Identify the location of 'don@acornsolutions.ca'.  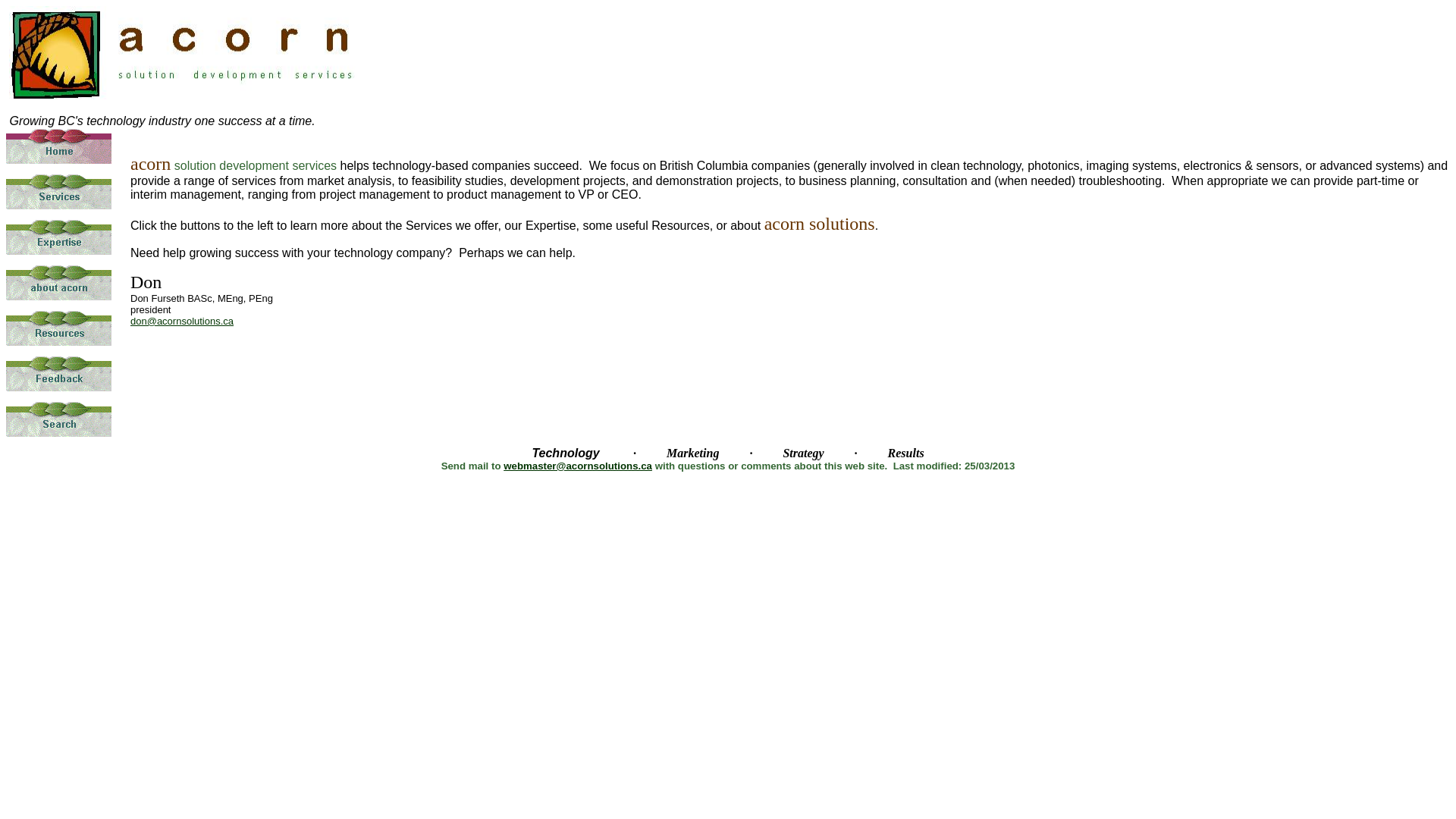
(182, 319).